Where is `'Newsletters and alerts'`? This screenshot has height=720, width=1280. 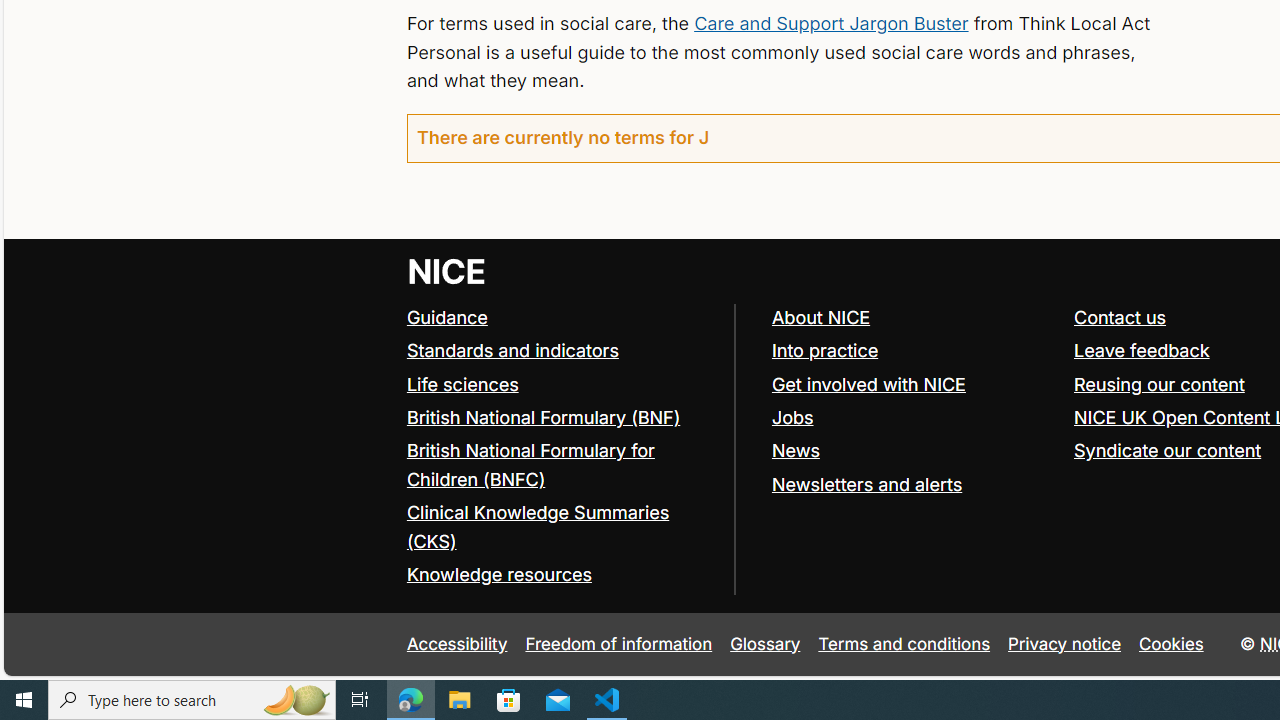
'Newsletters and alerts' is located at coordinates (866, 484).